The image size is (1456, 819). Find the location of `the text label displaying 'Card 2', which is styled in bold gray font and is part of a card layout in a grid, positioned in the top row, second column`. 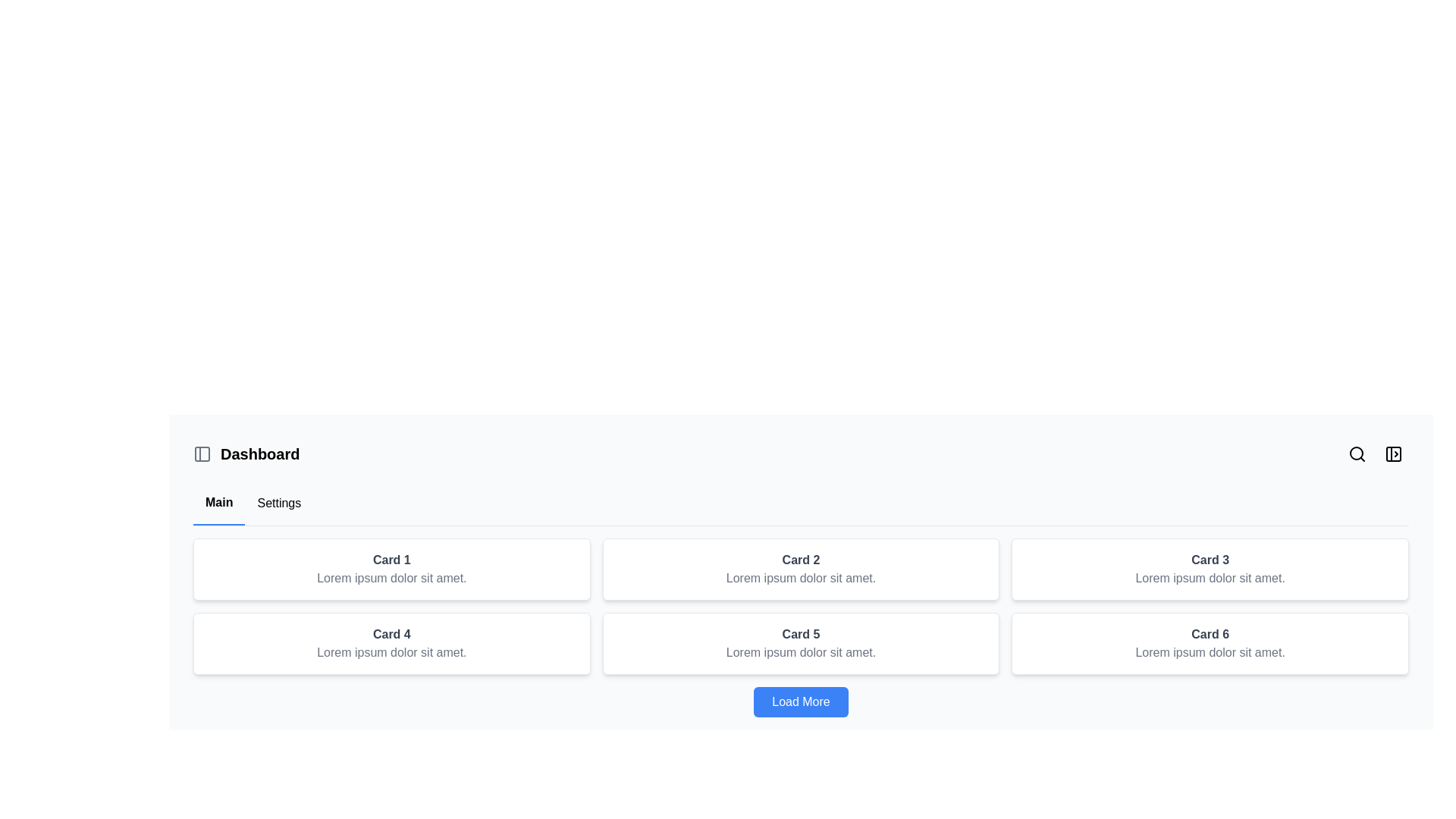

the text label displaying 'Card 2', which is styled in bold gray font and is part of a card layout in a grid, positioned in the top row, second column is located at coordinates (800, 560).